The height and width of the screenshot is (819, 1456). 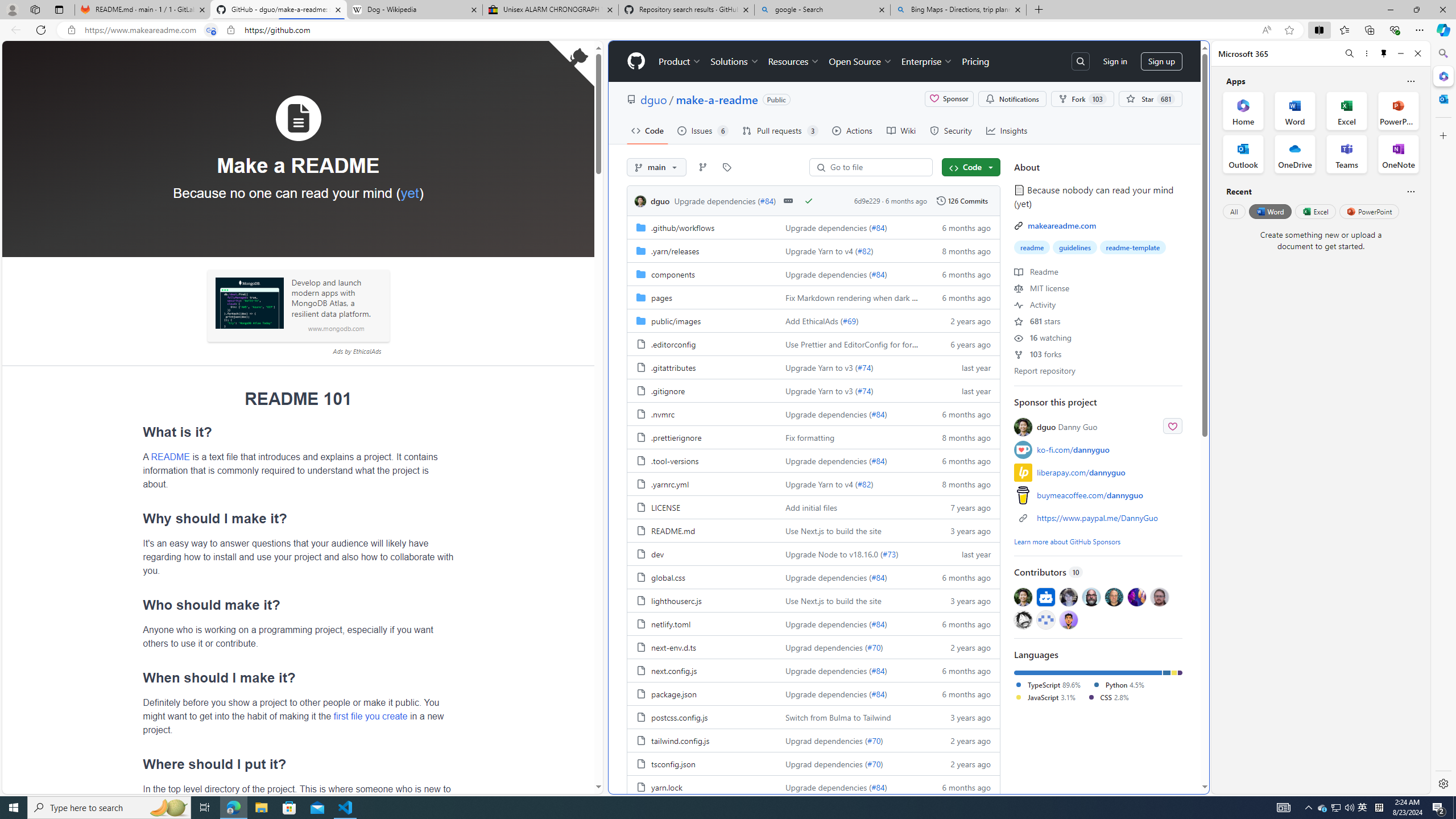 What do you see at coordinates (813, 413) in the screenshot?
I see `'AutomationID: folder-row-8'` at bounding box center [813, 413].